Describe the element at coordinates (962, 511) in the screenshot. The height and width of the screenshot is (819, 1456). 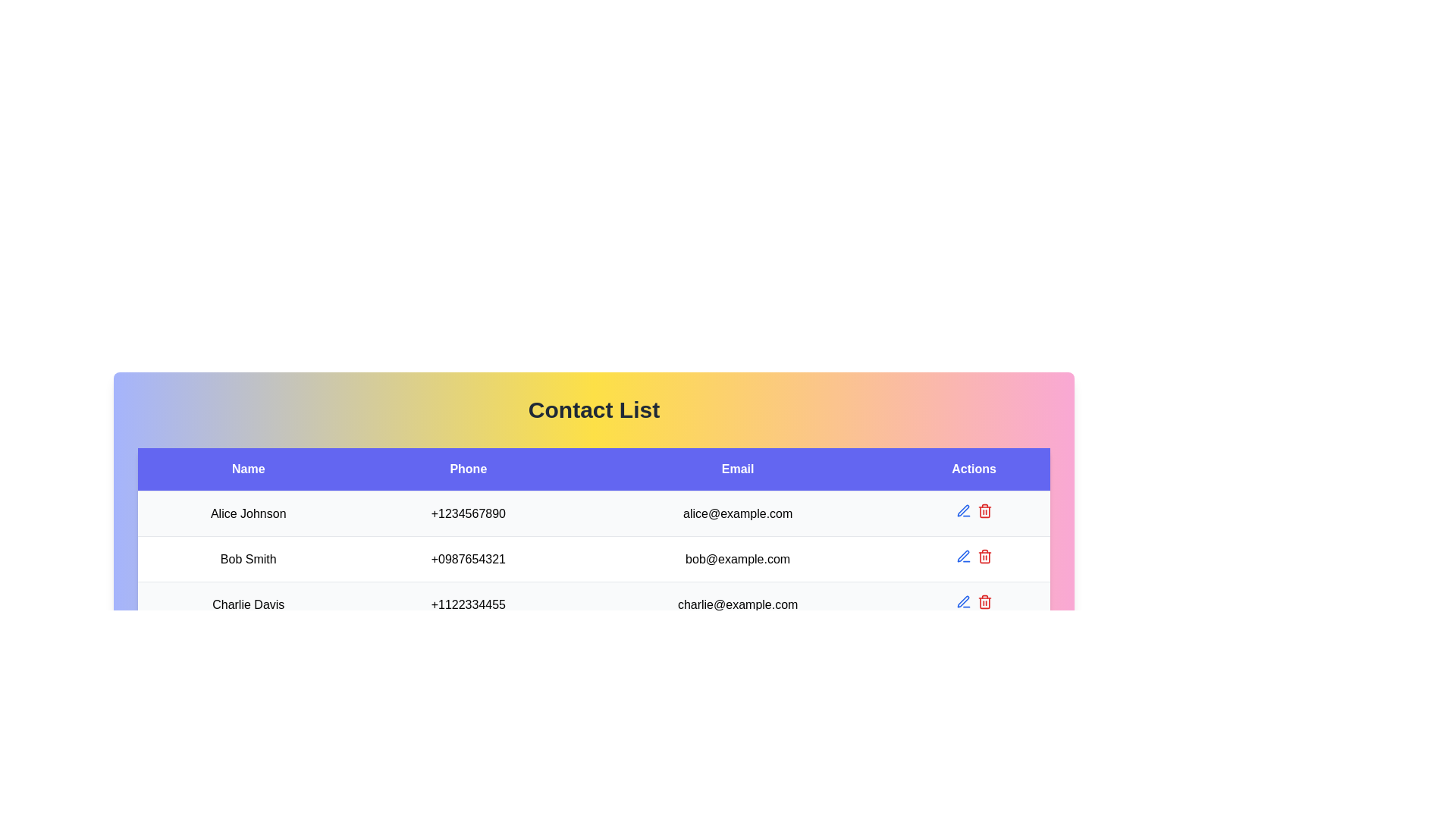
I see `the 'Edit' button located in the 'Actions' column of the first row of the contact list to initiate the edit operation` at that location.